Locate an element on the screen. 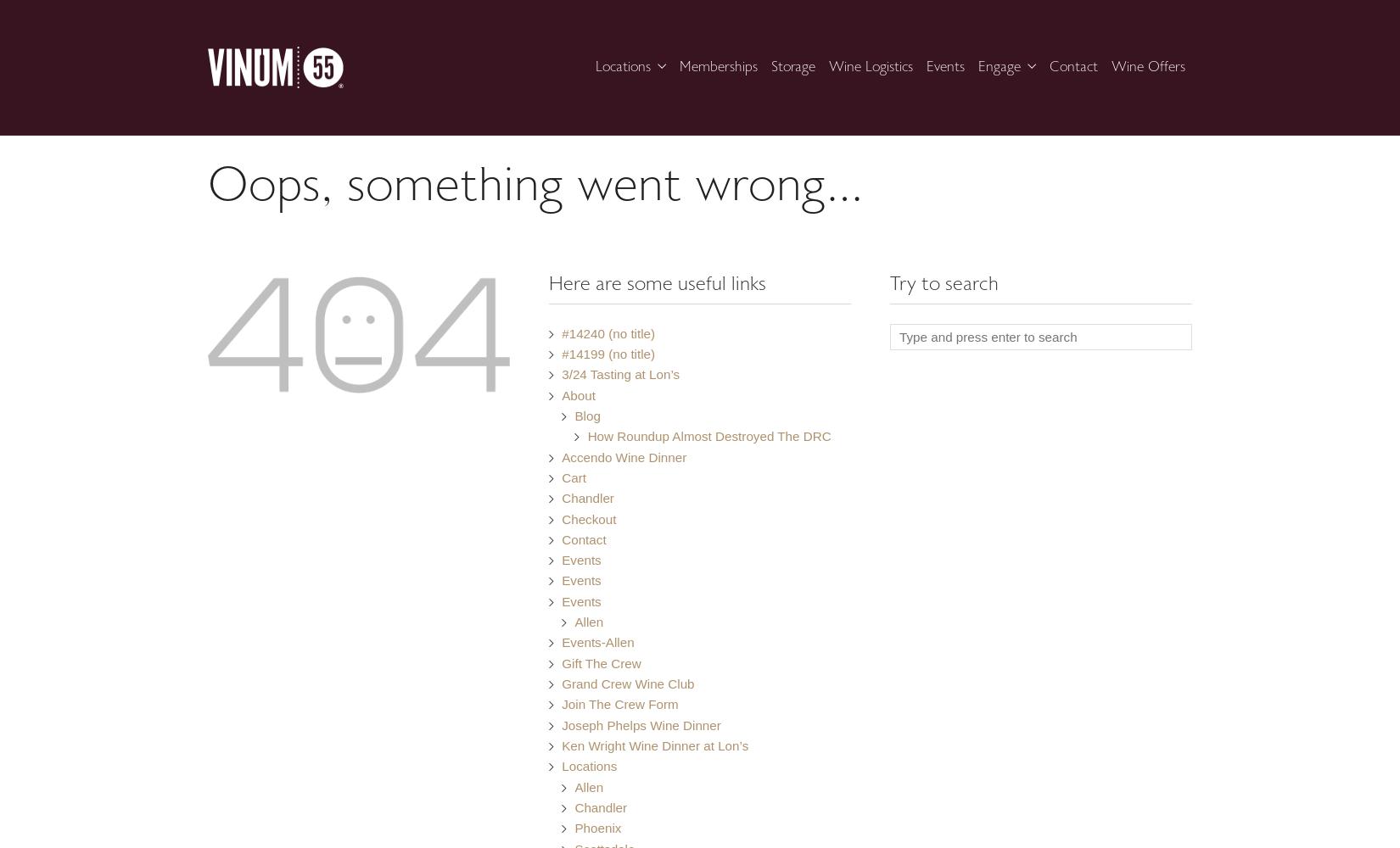 This screenshot has width=1400, height=848. '#14199 (no title)' is located at coordinates (607, 354).